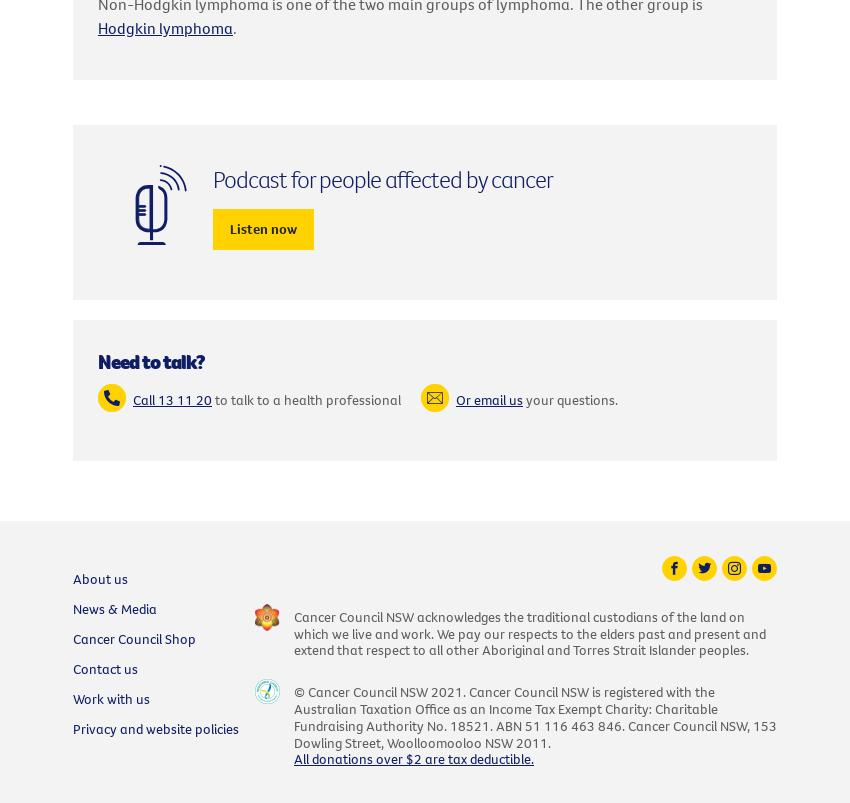  I want to click on 'All donations over $2 are tax deductible.', so click(414, 758).